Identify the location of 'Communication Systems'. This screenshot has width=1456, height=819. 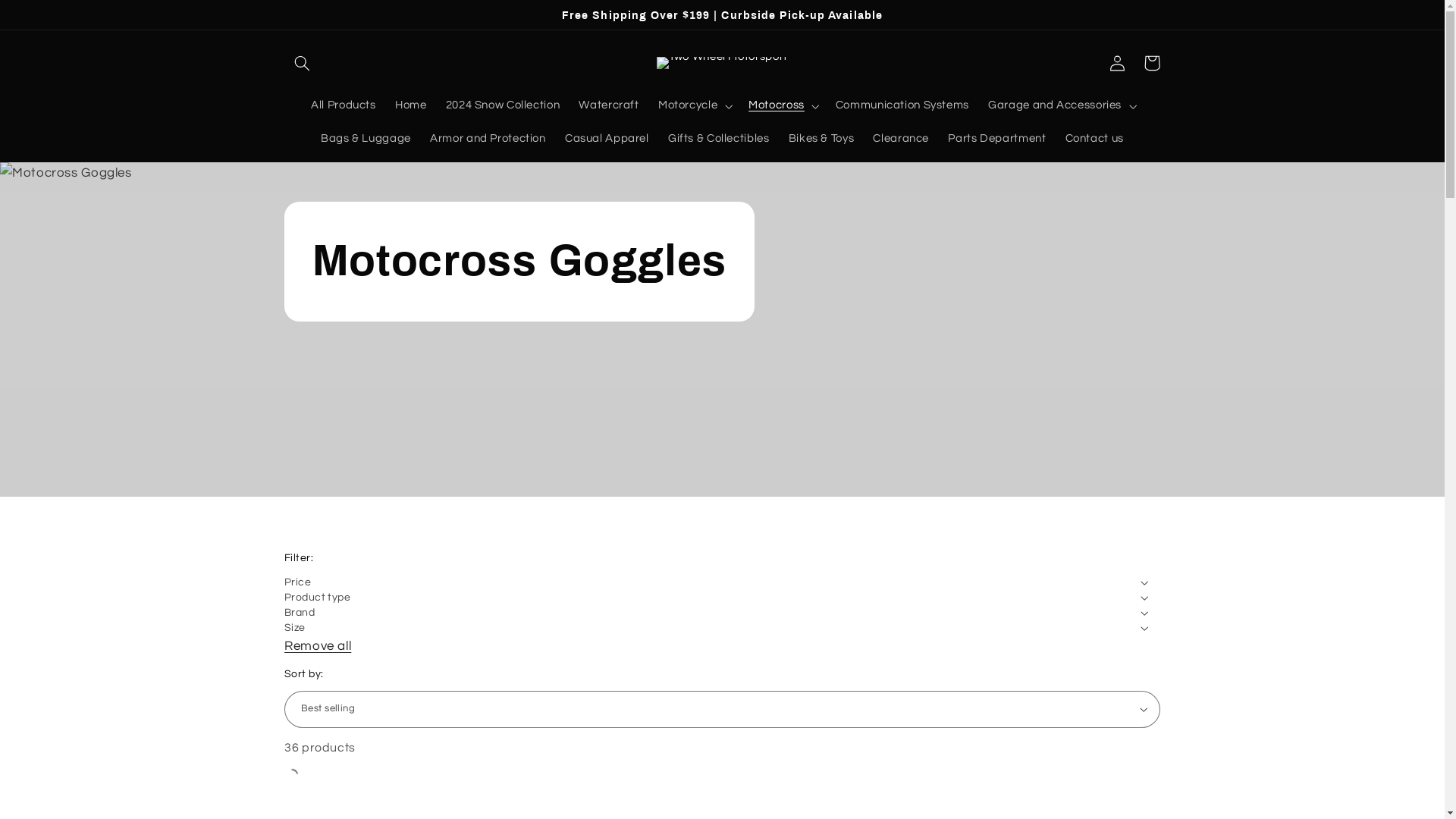
(902, 105).